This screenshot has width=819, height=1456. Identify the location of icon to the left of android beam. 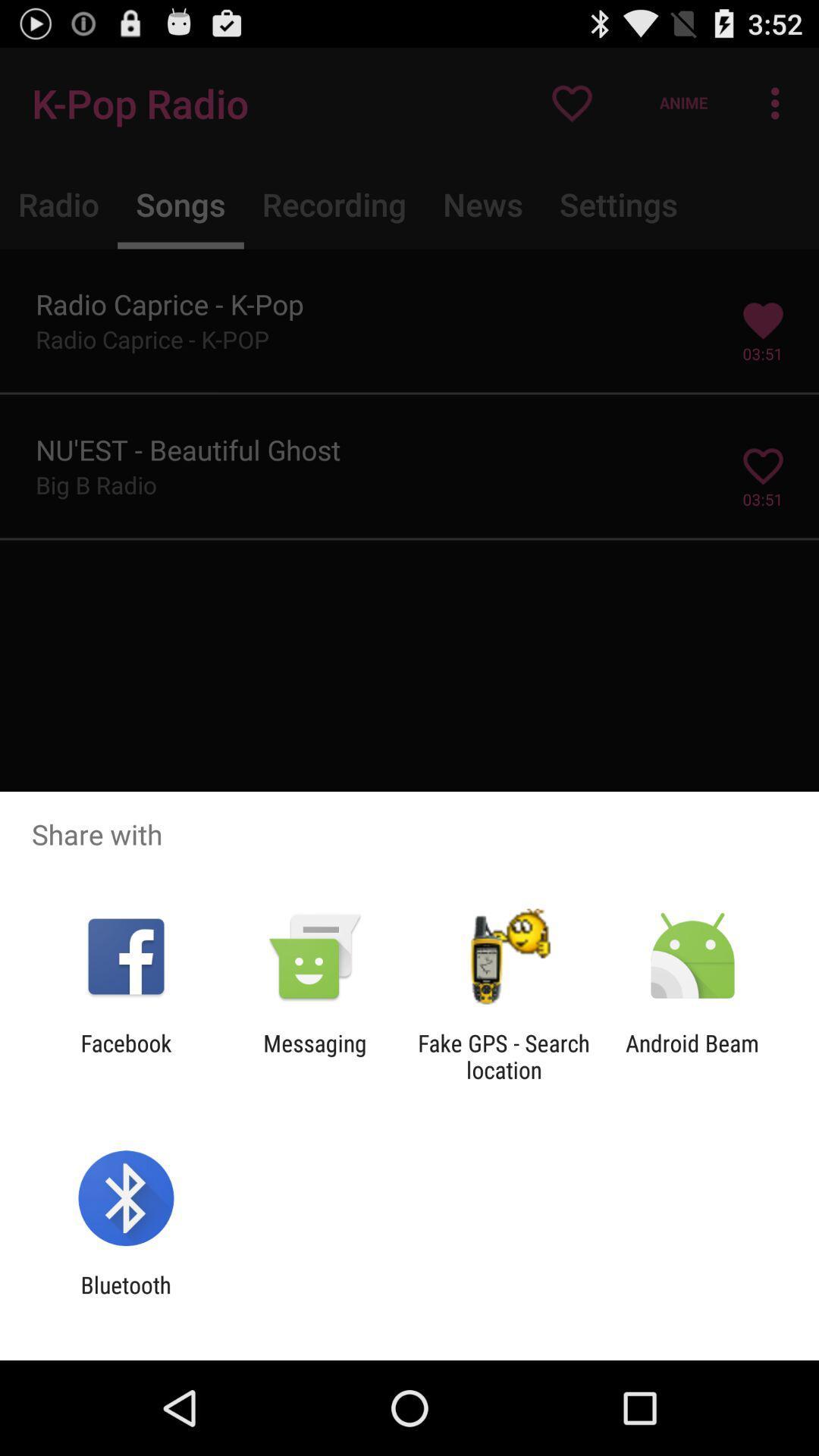
(504, 1056).